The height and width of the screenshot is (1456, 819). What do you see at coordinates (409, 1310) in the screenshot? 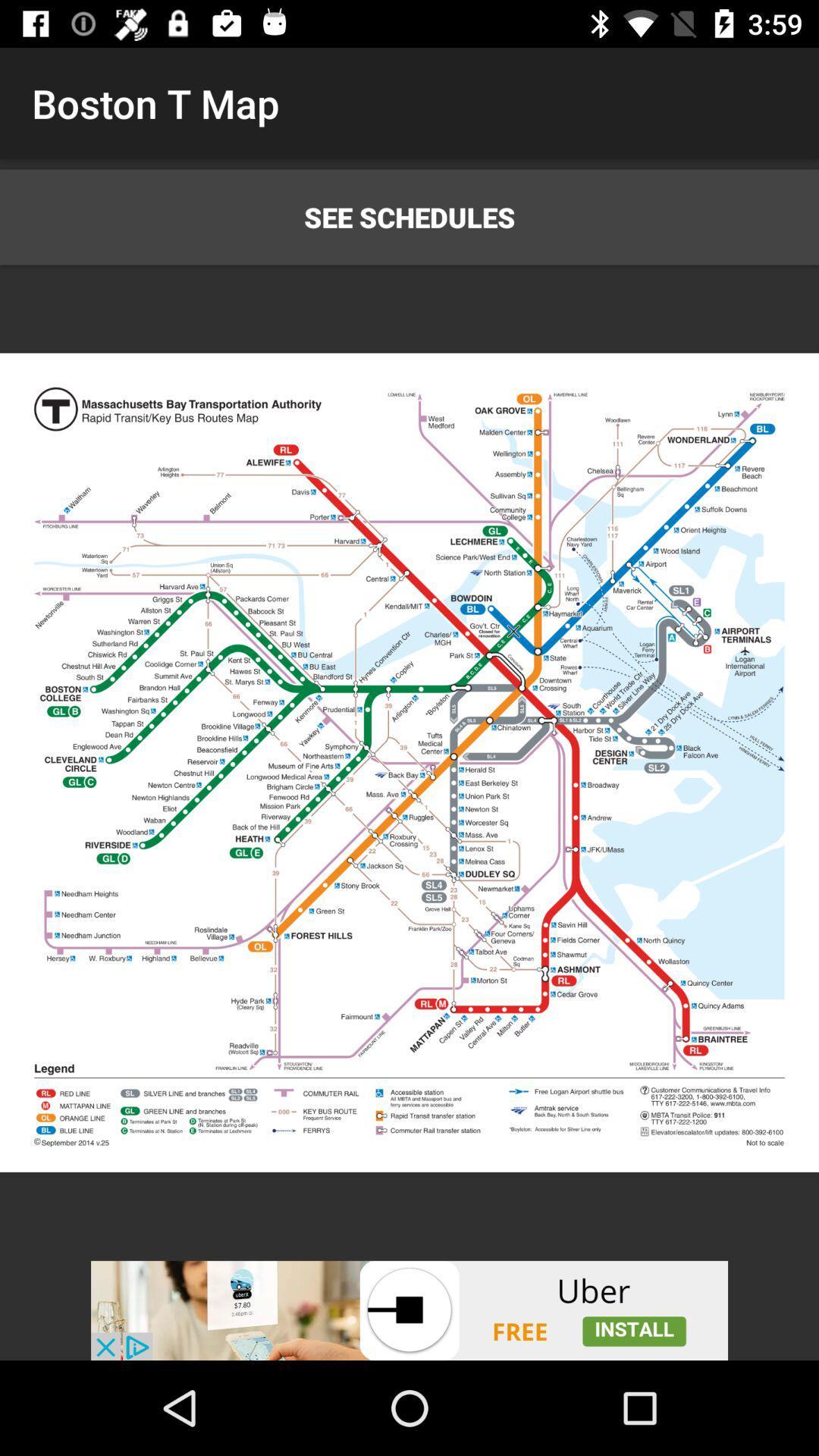
I see `advertisement` at bounding box center [409, 1310].